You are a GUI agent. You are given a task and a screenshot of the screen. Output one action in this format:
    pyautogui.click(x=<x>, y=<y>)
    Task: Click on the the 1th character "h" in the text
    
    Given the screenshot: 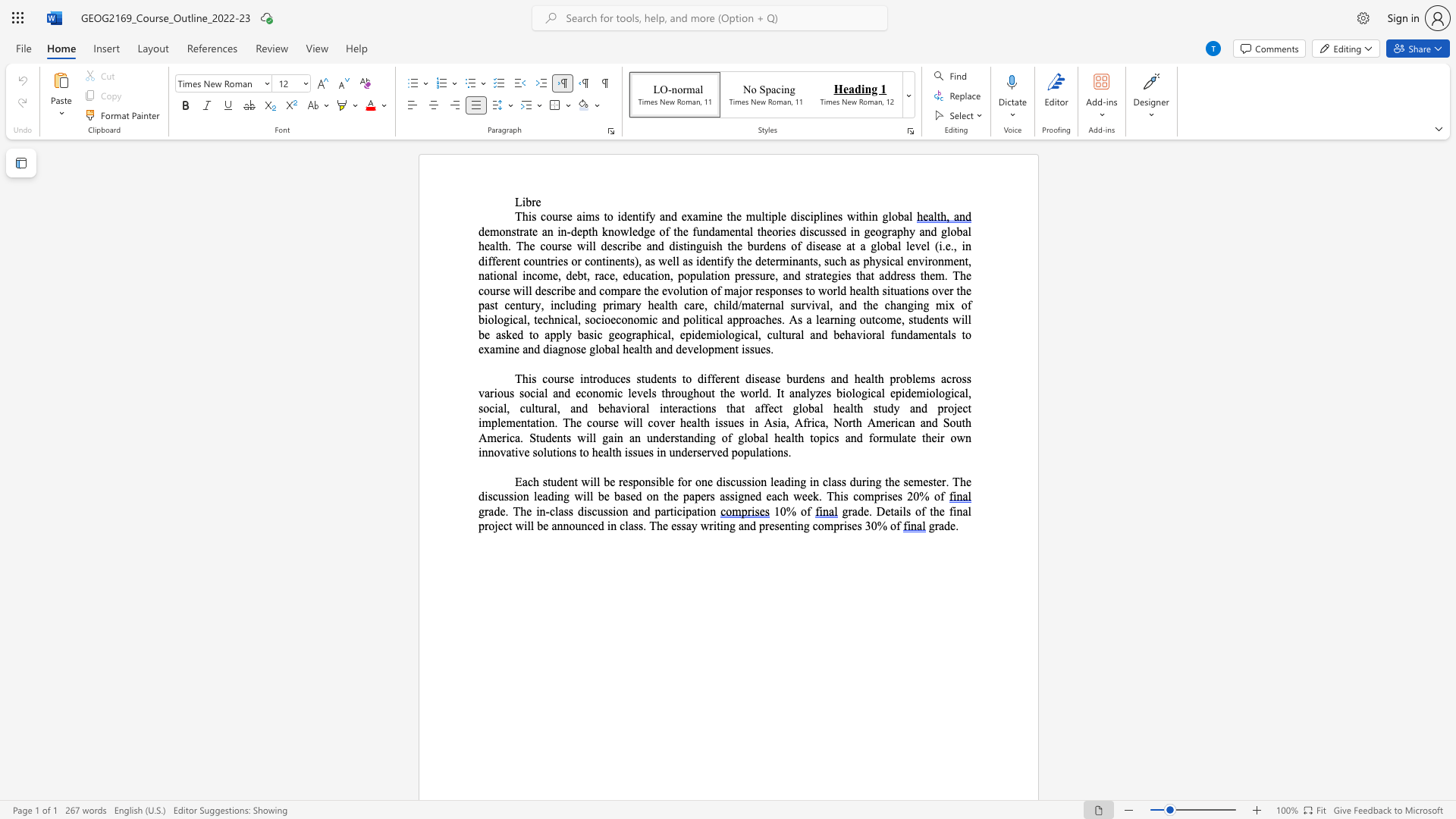 What is the action you would take?
    pyautogui.click(x=525, y=216)
    